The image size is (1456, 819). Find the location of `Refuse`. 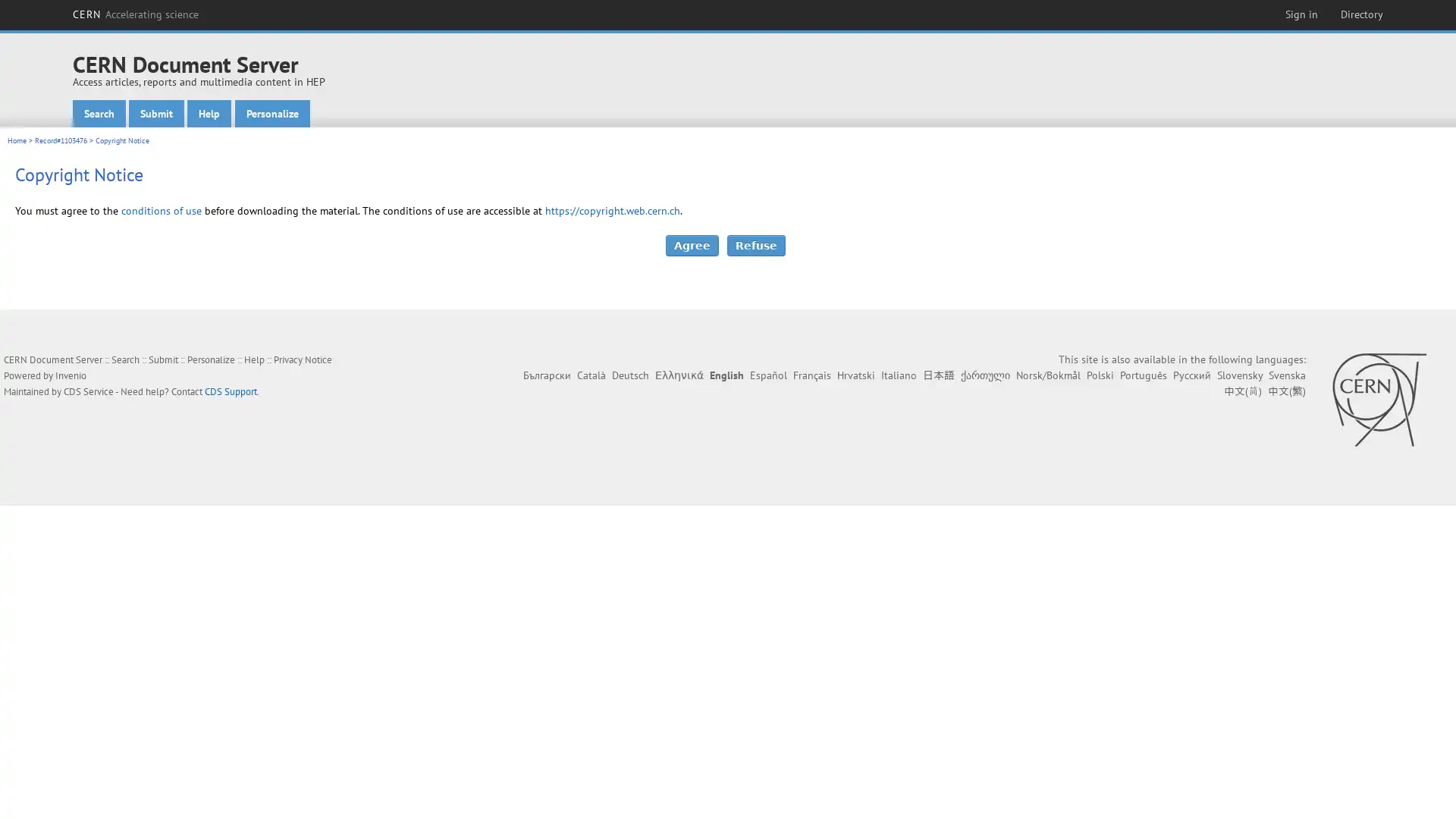

Refuse is located at coordinates (755, 244).